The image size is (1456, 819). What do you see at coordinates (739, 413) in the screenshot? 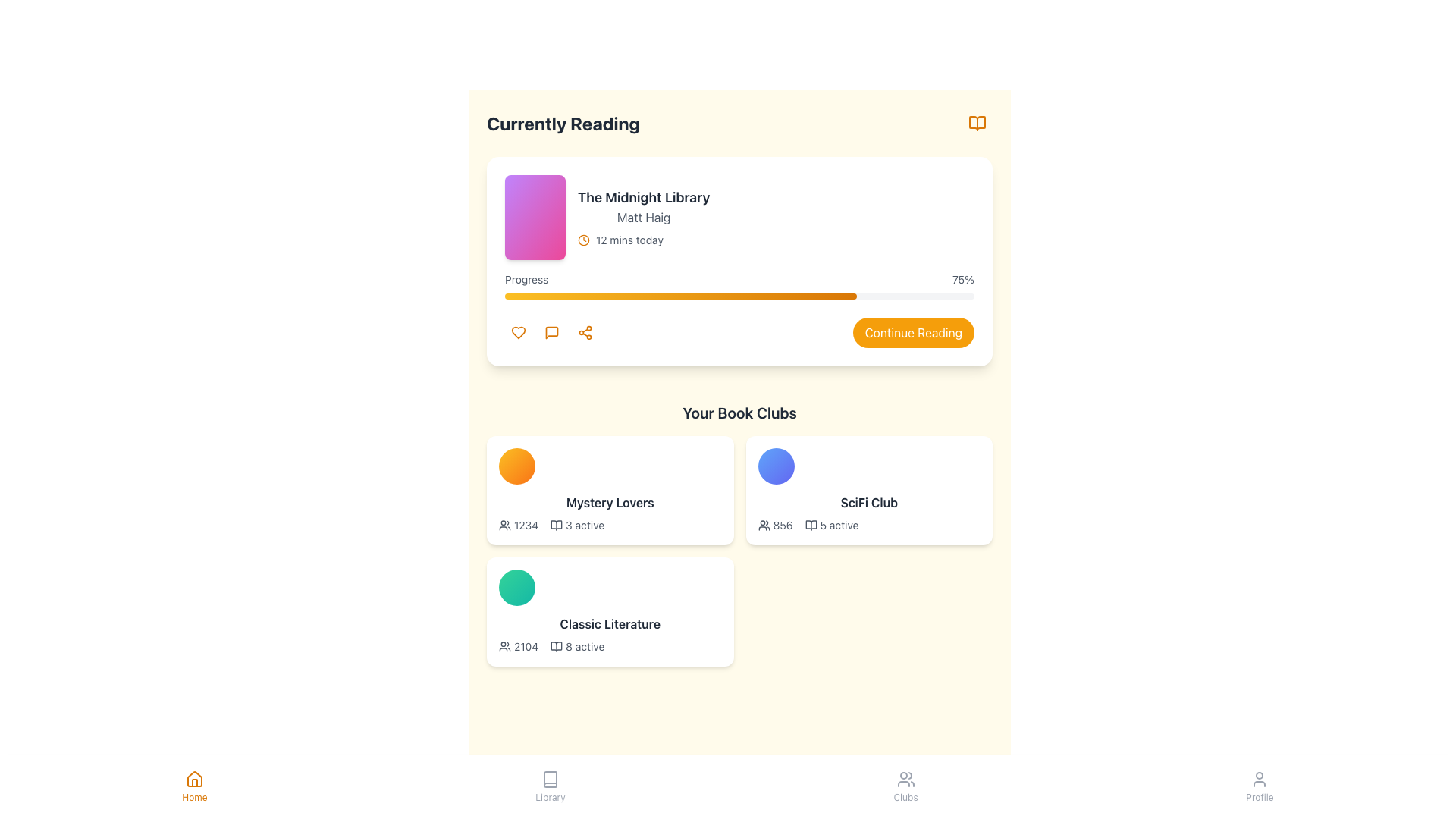
I see `the Text header that introduces the 'Book Clubs' section, located directly beneath the 'Currently Reading' section` at bounding box center [739, 413].